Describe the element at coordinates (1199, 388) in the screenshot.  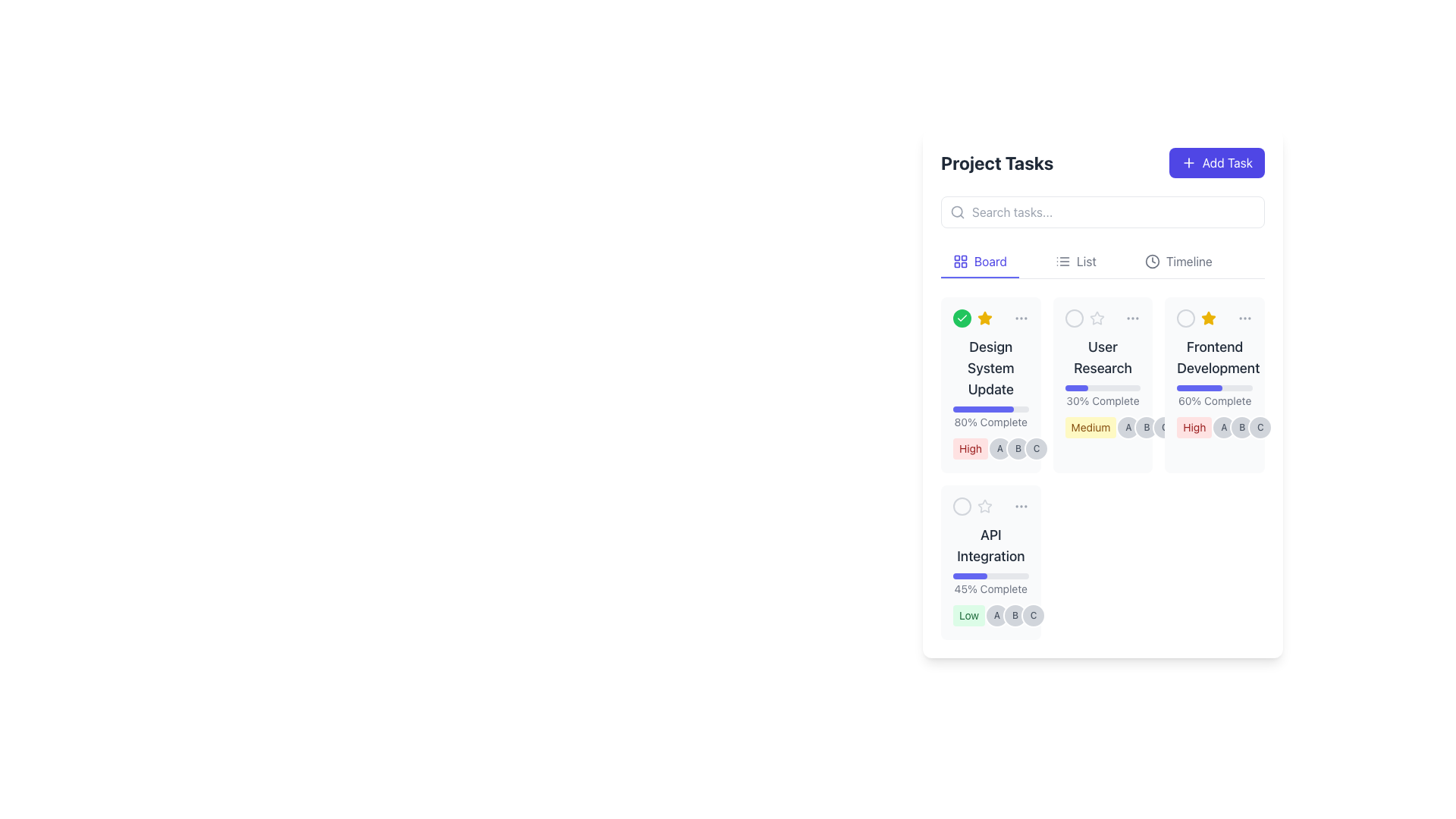
I see `indigo colored progress bar segment representing 60% completion within the 'Frontend Development' task card for styles or values` at that location.